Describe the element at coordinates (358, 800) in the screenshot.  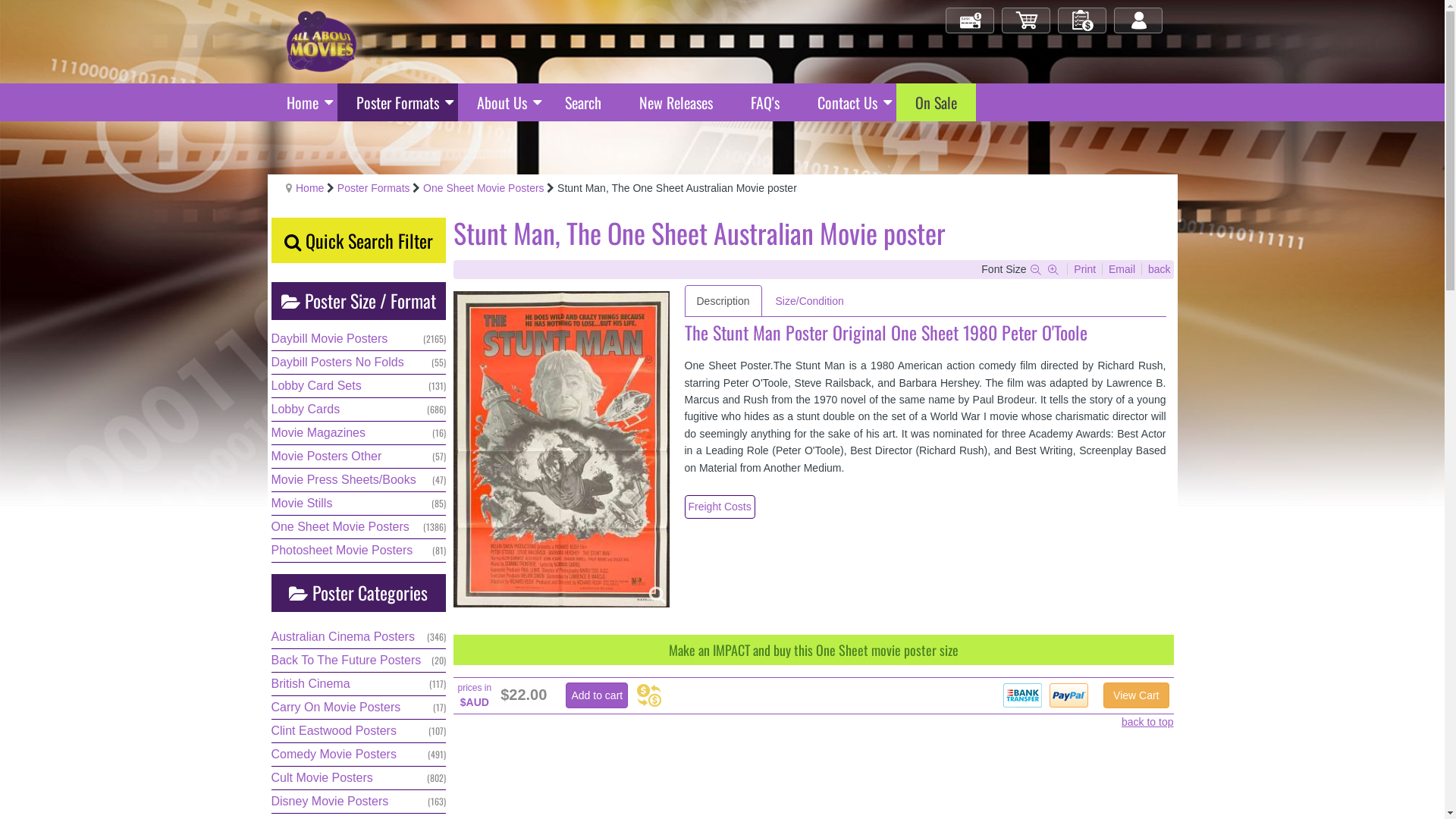
I see `'Disney Movie Posters` at that location.